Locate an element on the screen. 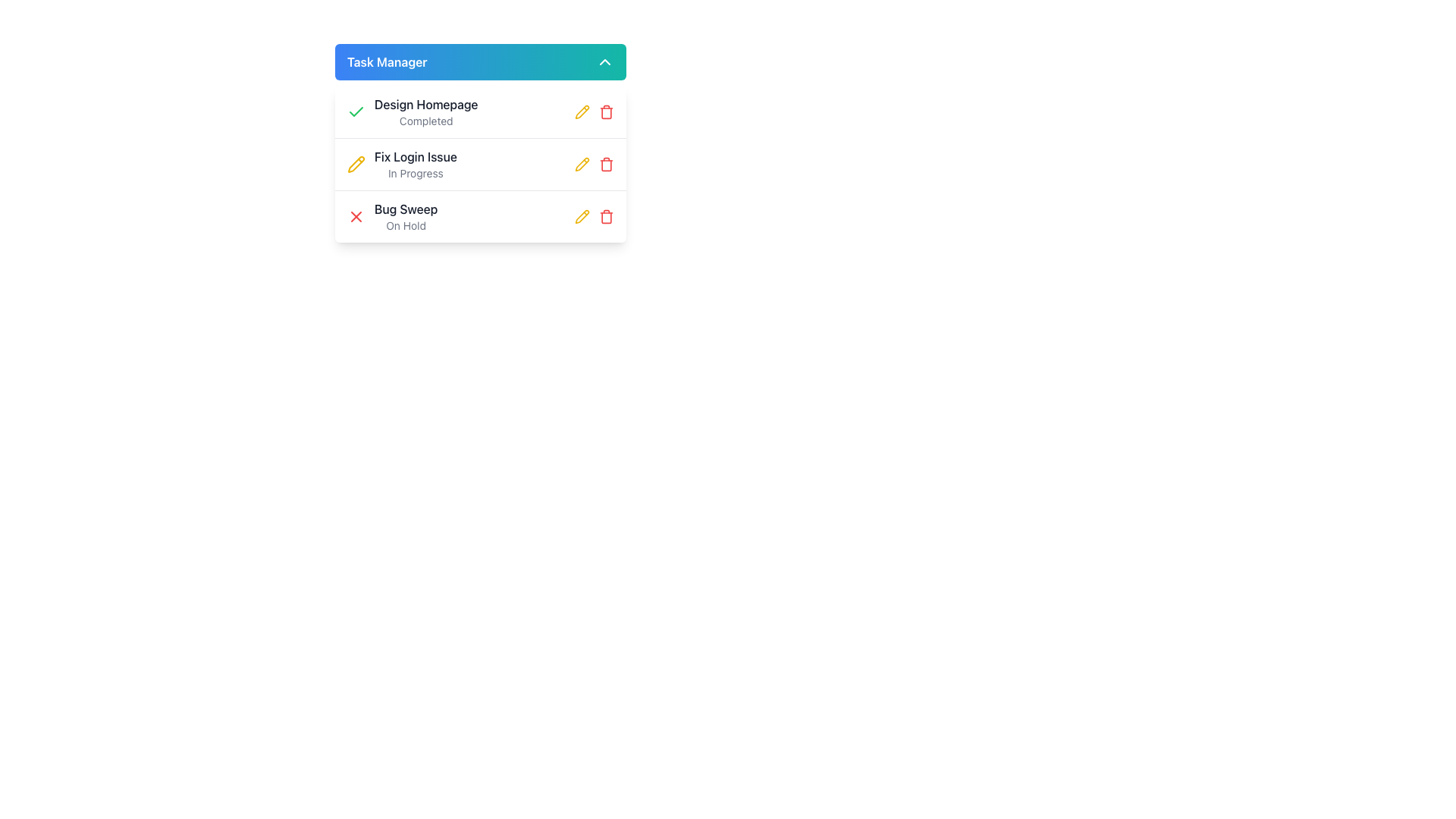 The image size is (1456, 819). the status label indicating 'In Progress', located below the 'Fix Login Issue' task in the second row of the task list, which is horizontally centered in its column is located at coordinates (416, 172).